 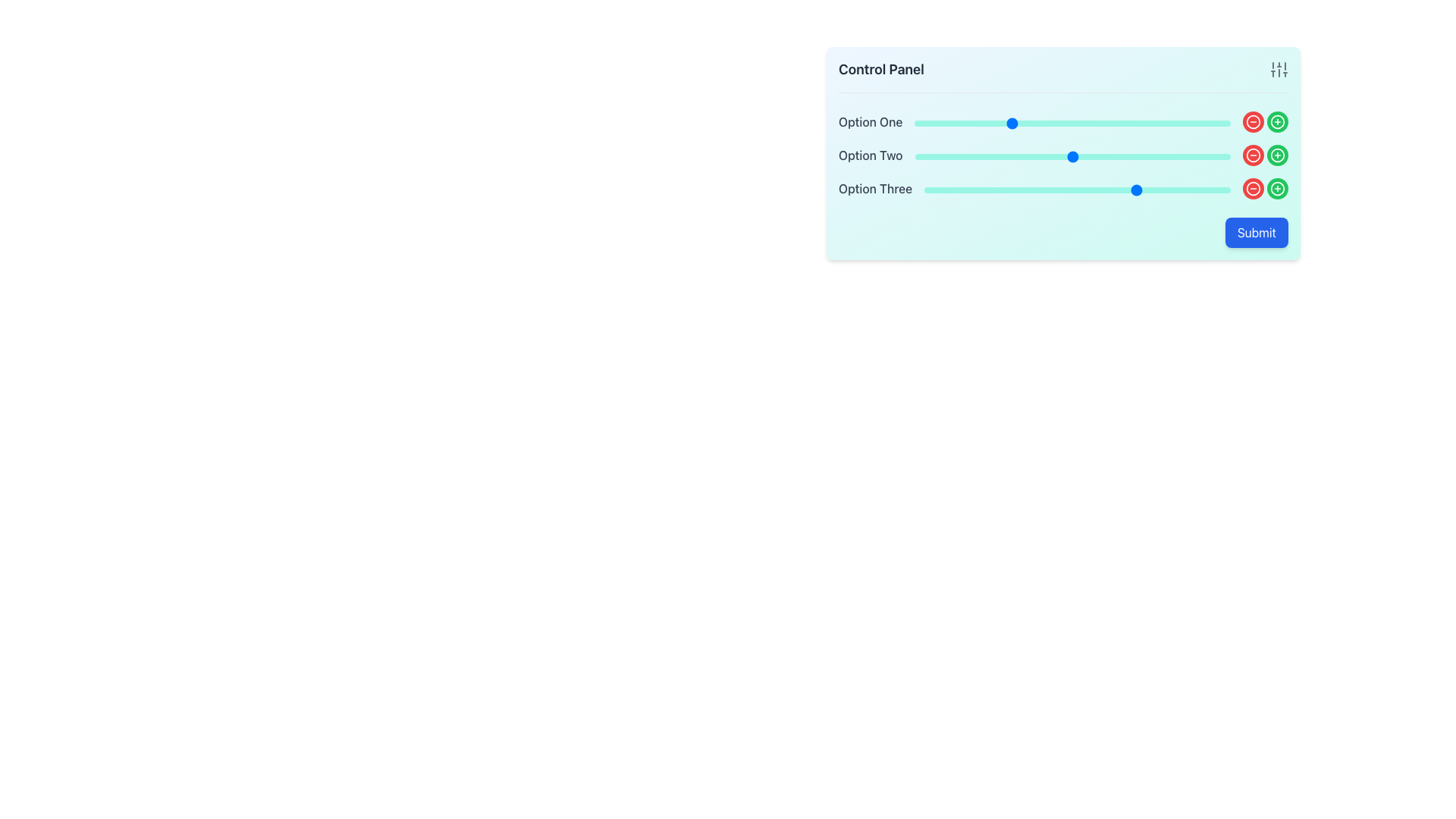 I want to click on the first icon in the top-right corner of the 'Option One' row, so click(x=1253, y=121).